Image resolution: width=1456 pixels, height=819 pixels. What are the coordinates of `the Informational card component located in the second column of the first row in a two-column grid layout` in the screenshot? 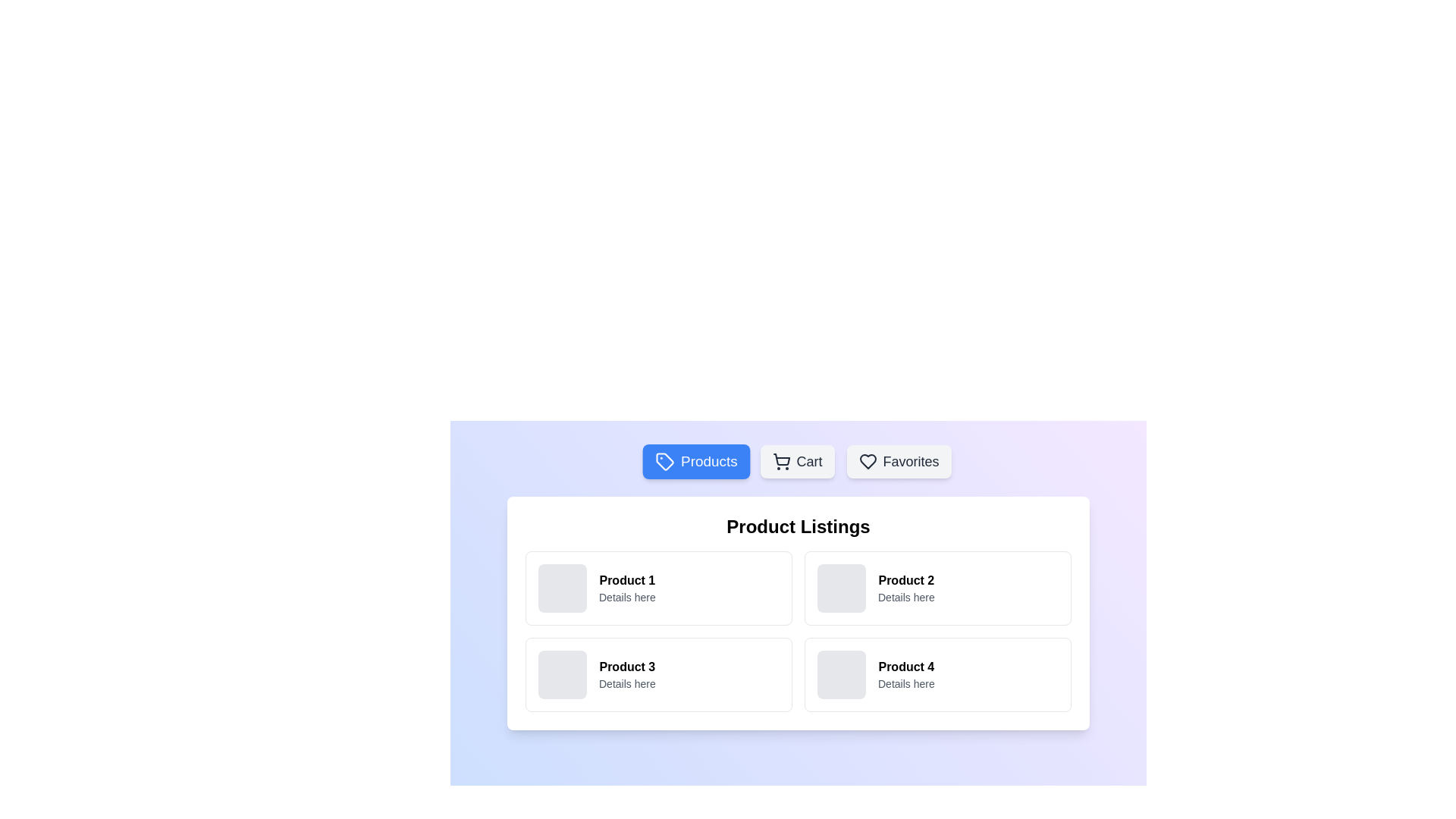 It's located at (937, 587).